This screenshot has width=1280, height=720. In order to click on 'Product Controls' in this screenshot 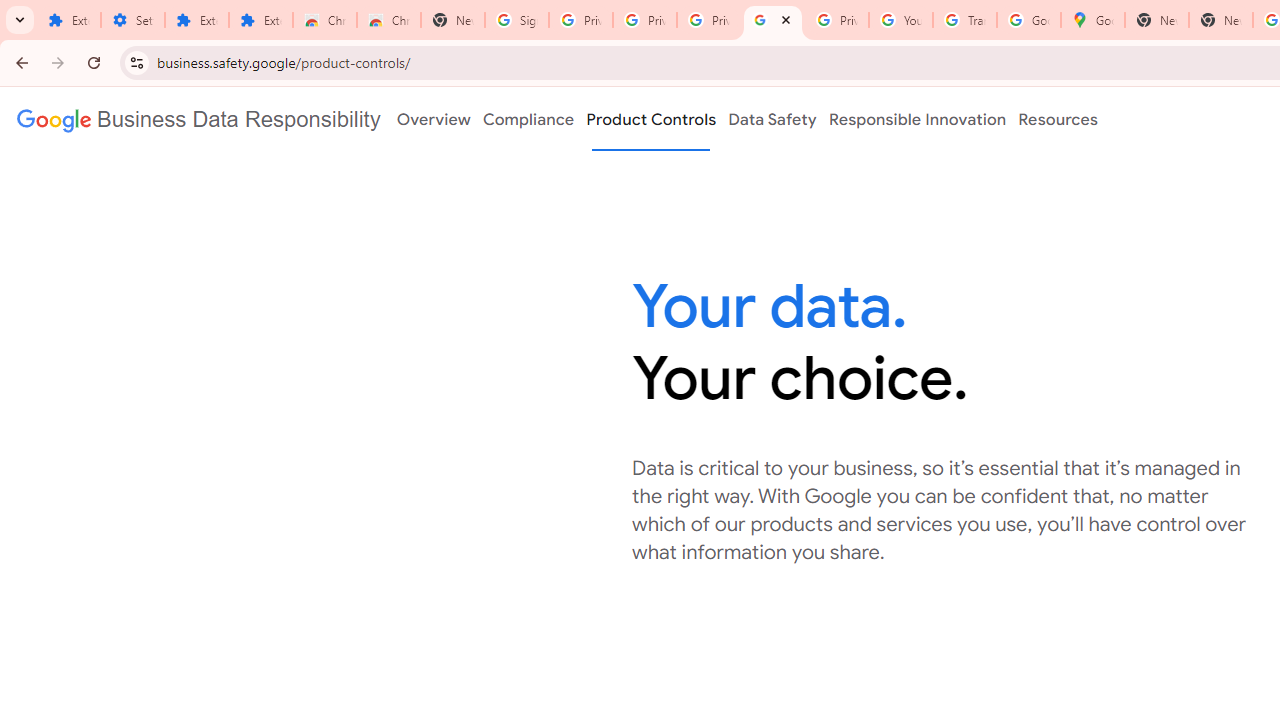, I will do `click(651, 119)`.